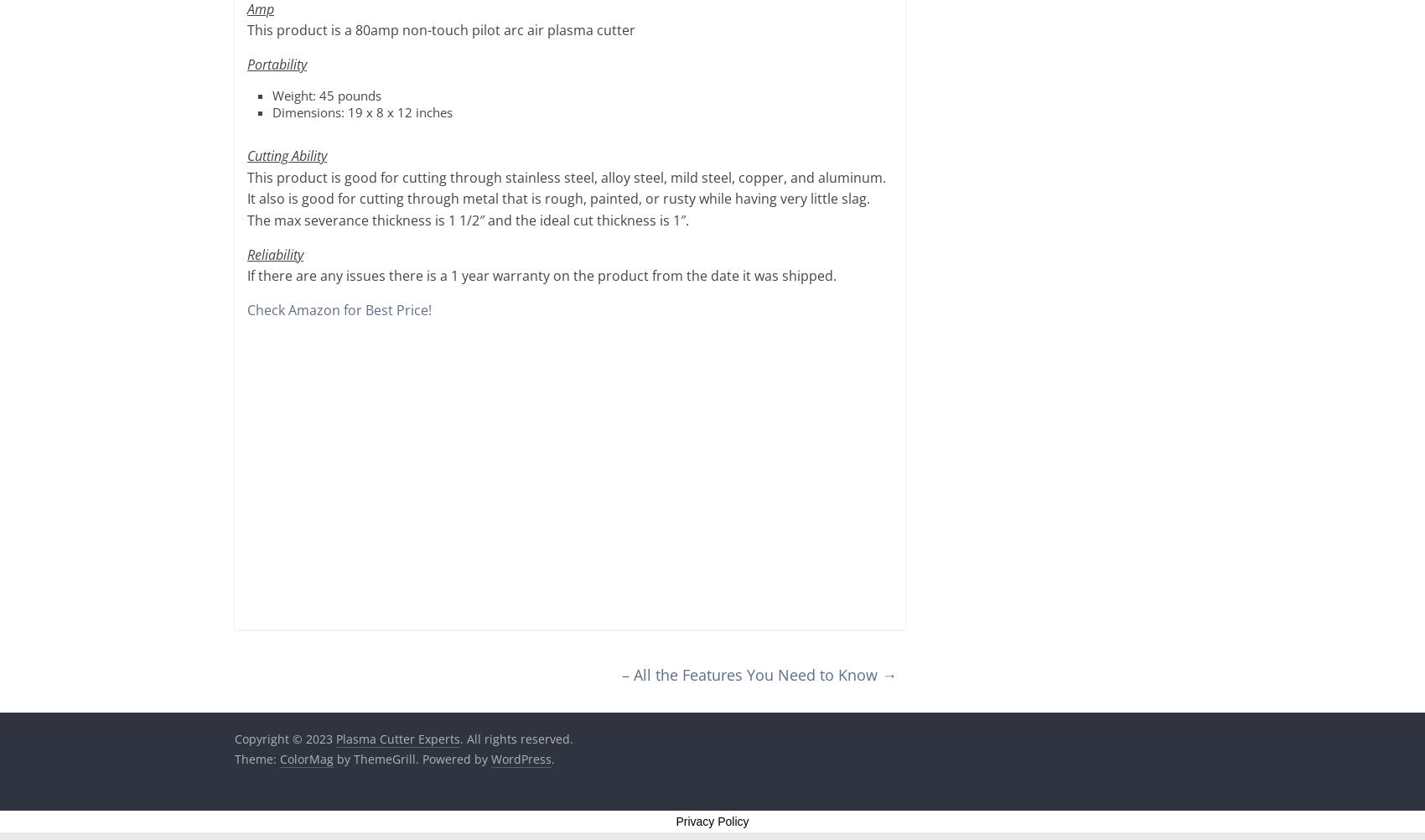  I want to click on 'Portability', so click(276, 63).